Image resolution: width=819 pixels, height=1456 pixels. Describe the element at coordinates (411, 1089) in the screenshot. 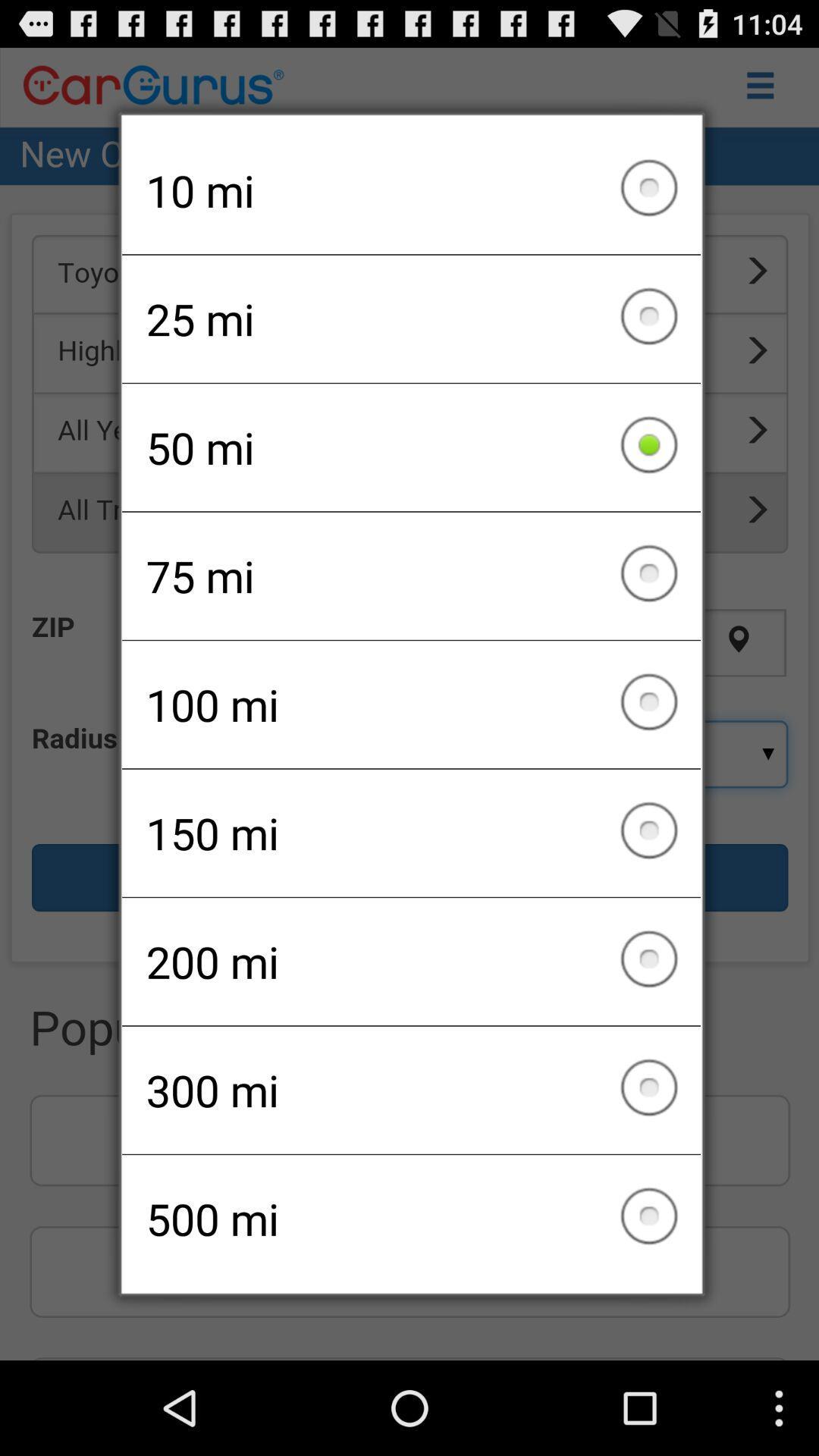

I see `item above 500 mi item` at that location.